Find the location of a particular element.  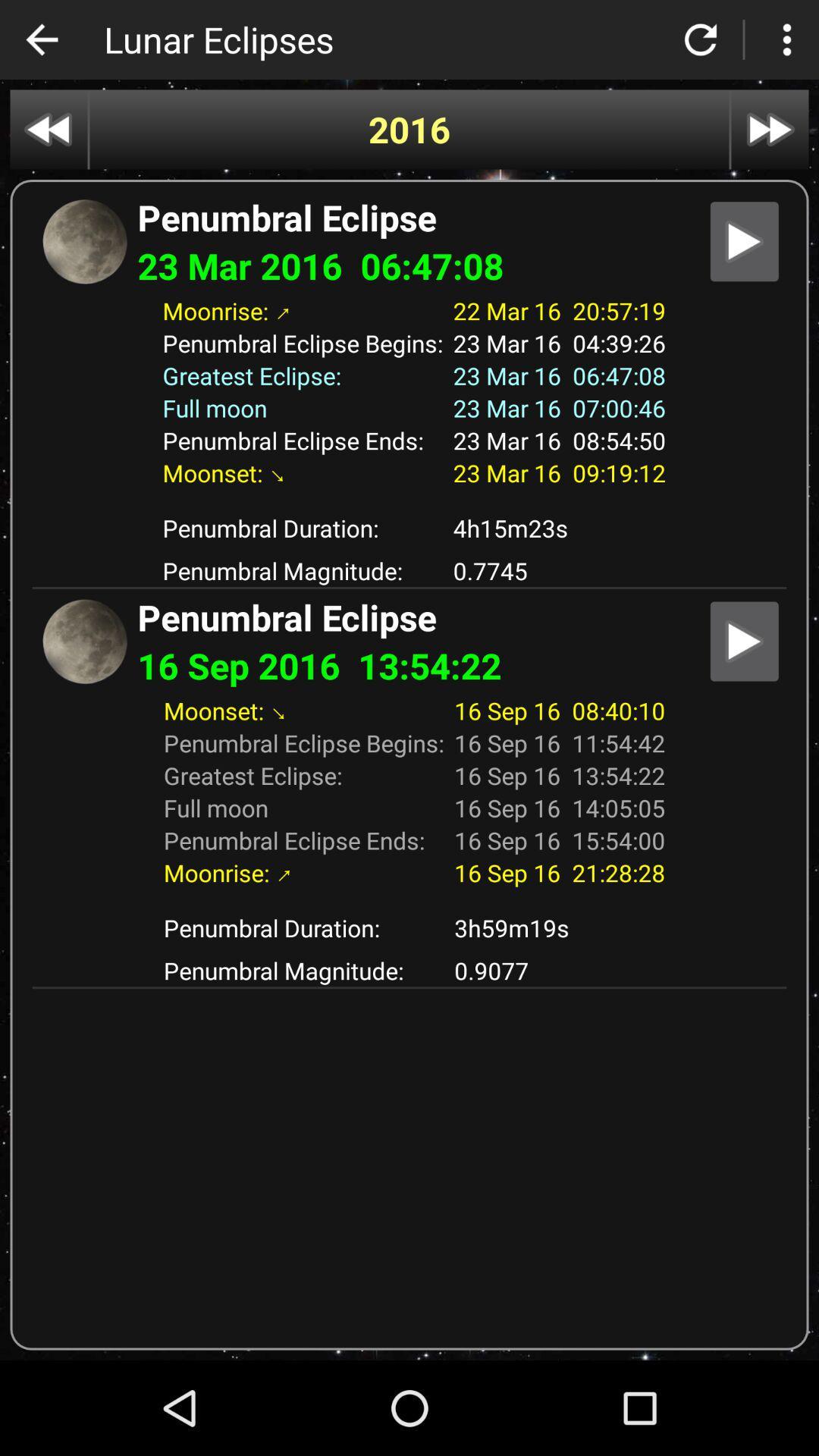

the app next to the lunar eclipses icon is located at coordinates (41, 39).